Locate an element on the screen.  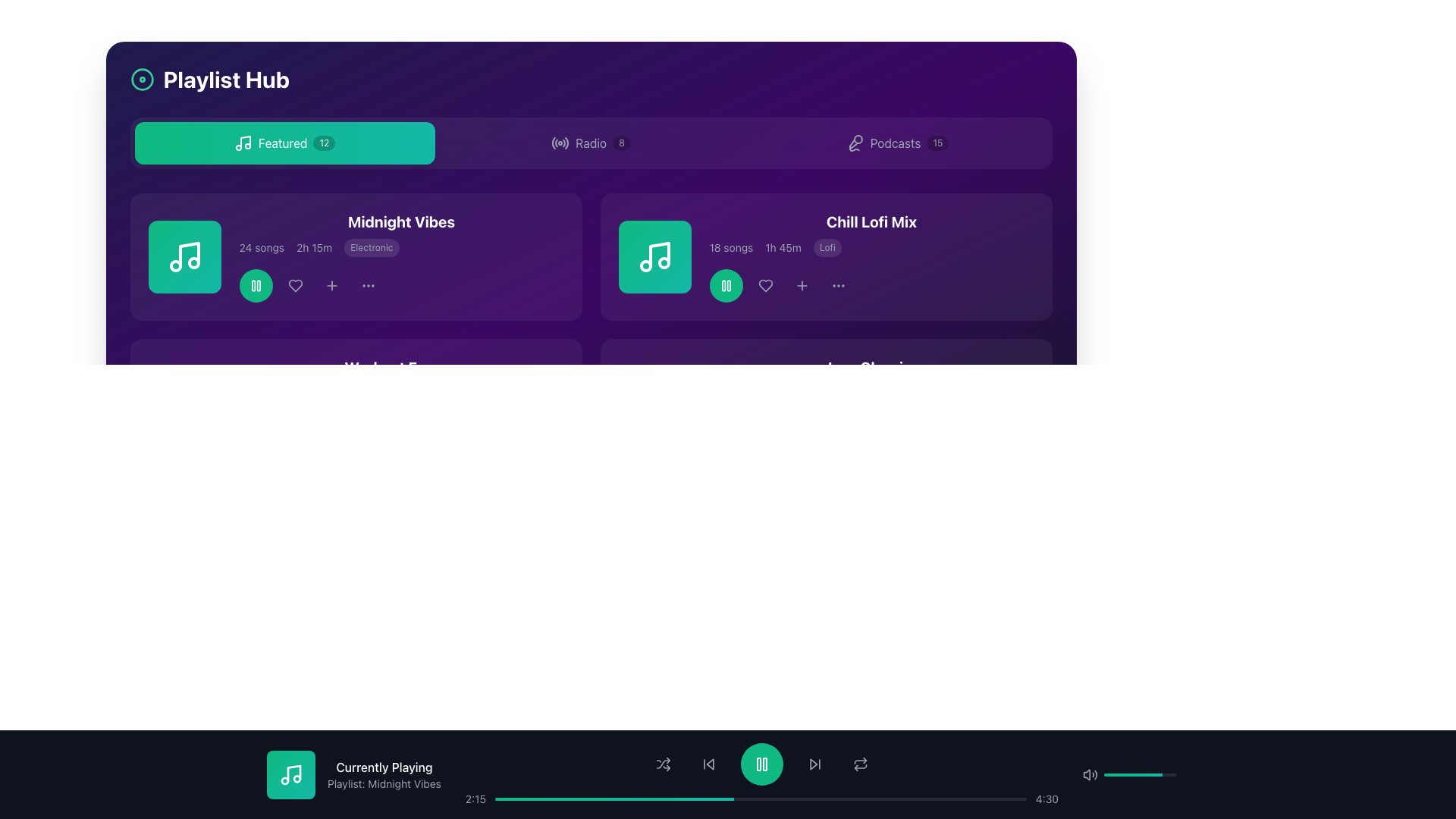
the left-pointing double-chevron button in the bottom control bar is located at coordinates (708, 764).